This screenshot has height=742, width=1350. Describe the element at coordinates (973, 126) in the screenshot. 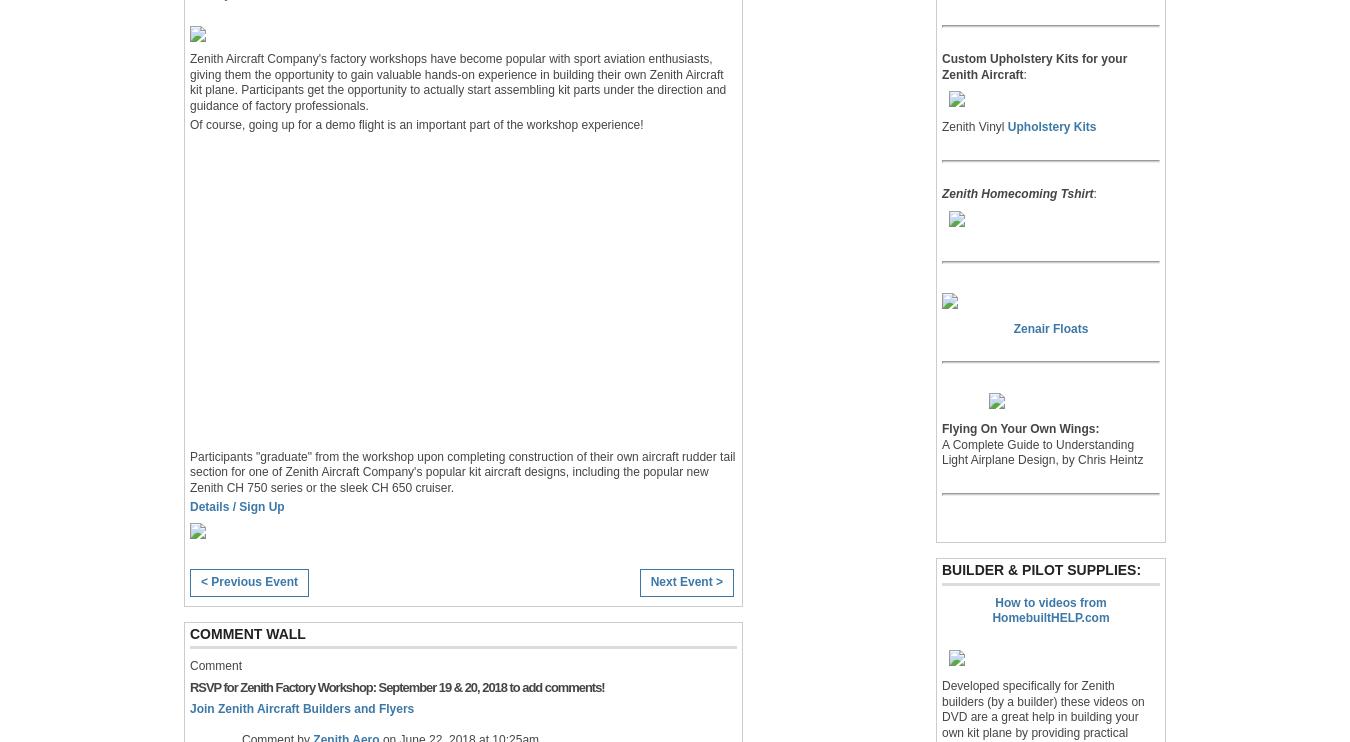

I see `'Zenith Vinyl'` at that location.